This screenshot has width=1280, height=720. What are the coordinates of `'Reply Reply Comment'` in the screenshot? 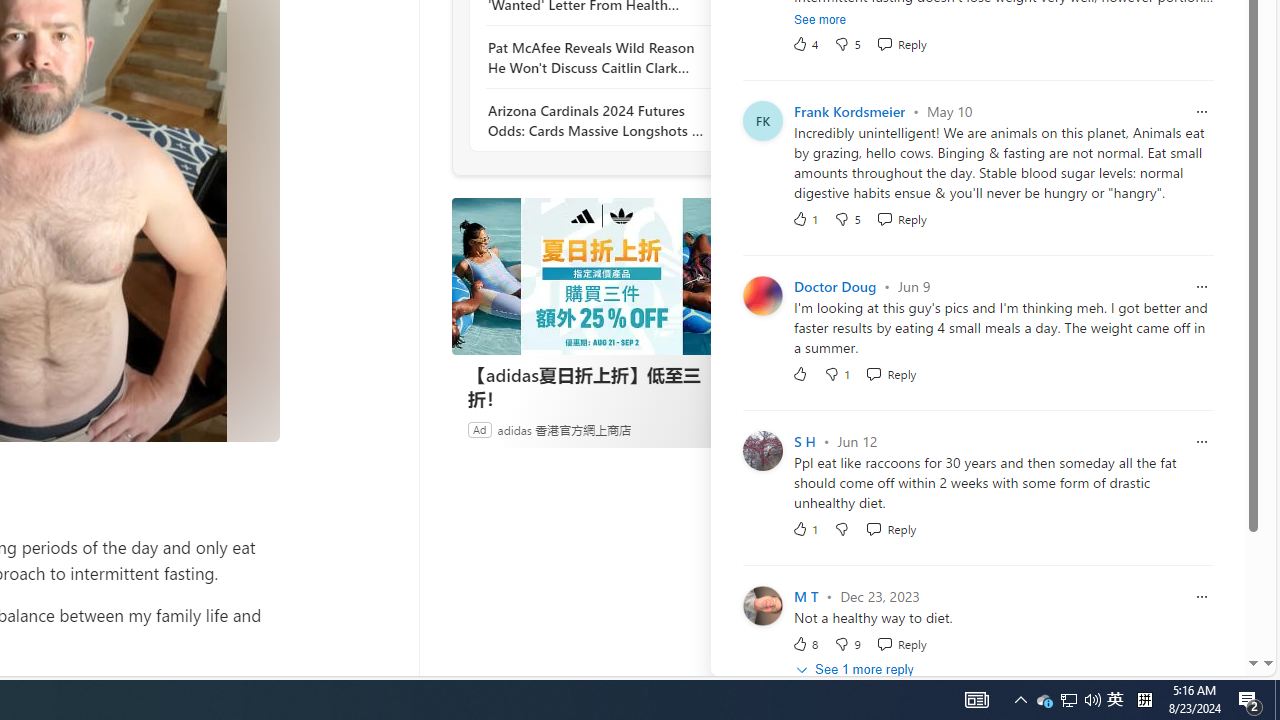 It's located at (900, 643).